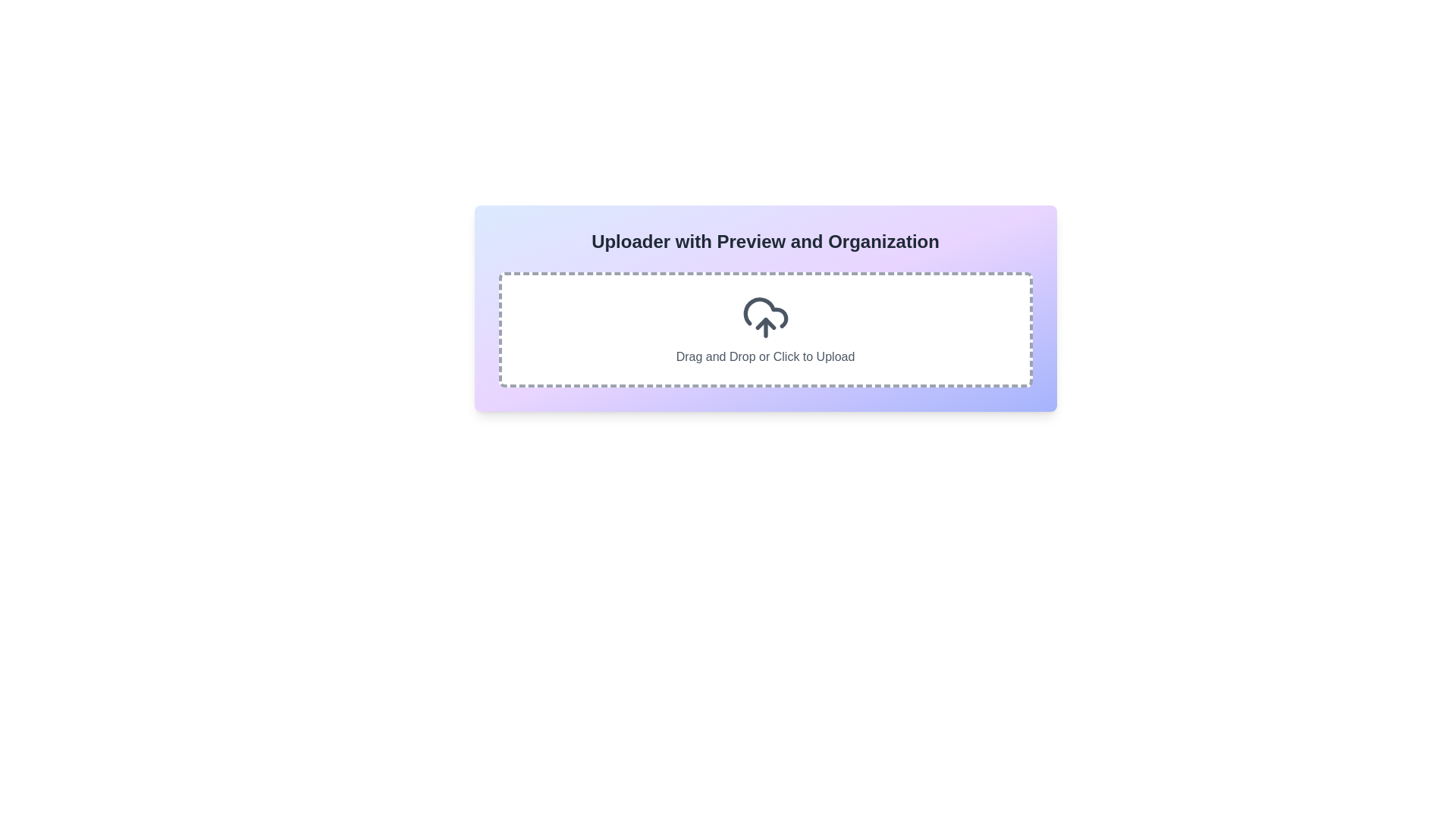 The height and width of the screenshot is (819, 1456). What do you see at coordinates (765, 323) in the screenshot?
I see `the graphical arrow component of the cloud upload icon located at the center of the page under the title 'Uploader with Preview and Organization'` at bounding box center [765, 323].